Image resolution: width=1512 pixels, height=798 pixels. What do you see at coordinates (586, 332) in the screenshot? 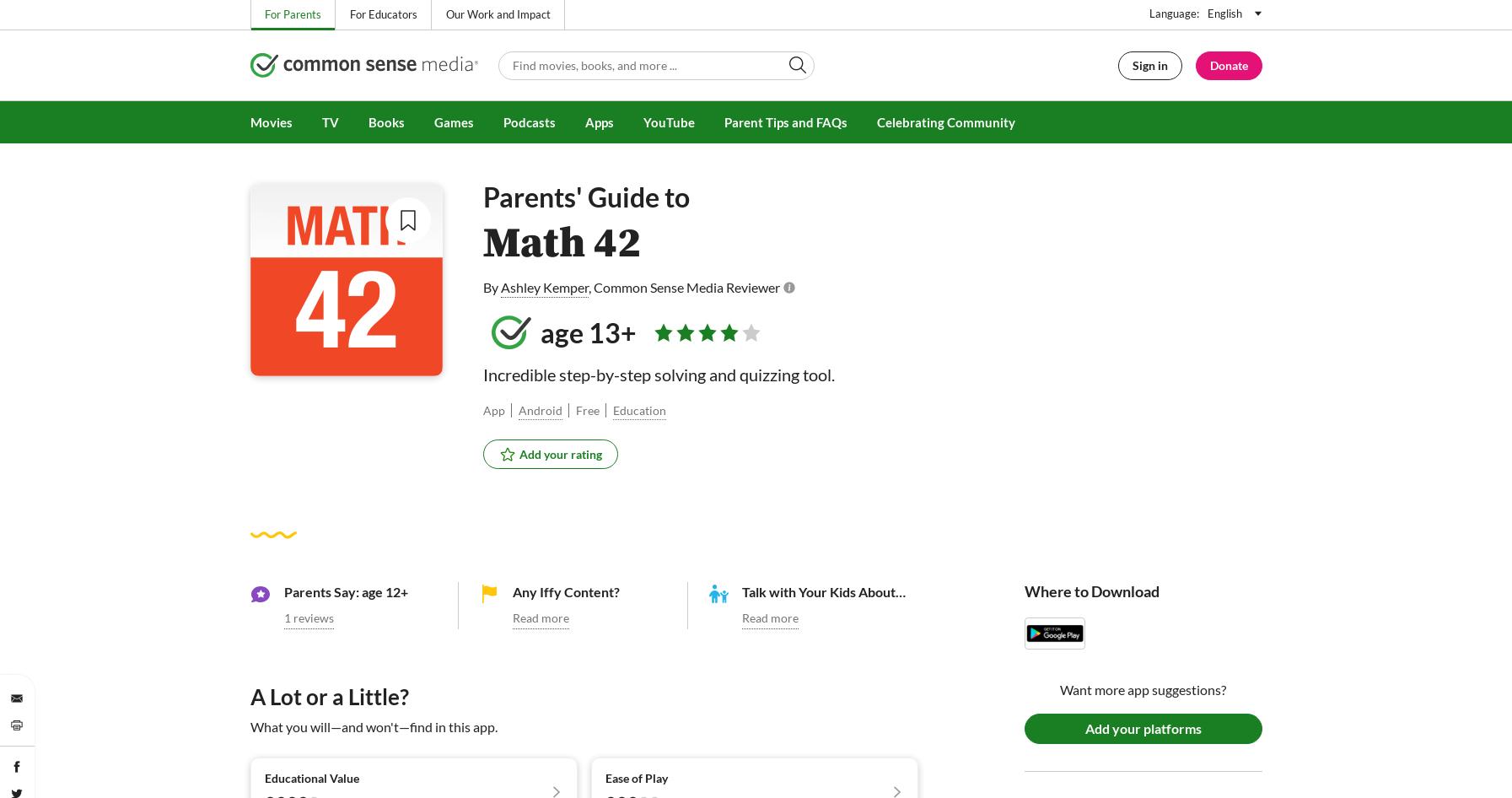
I see `'age 13+'` at bounding box center [586, 332].